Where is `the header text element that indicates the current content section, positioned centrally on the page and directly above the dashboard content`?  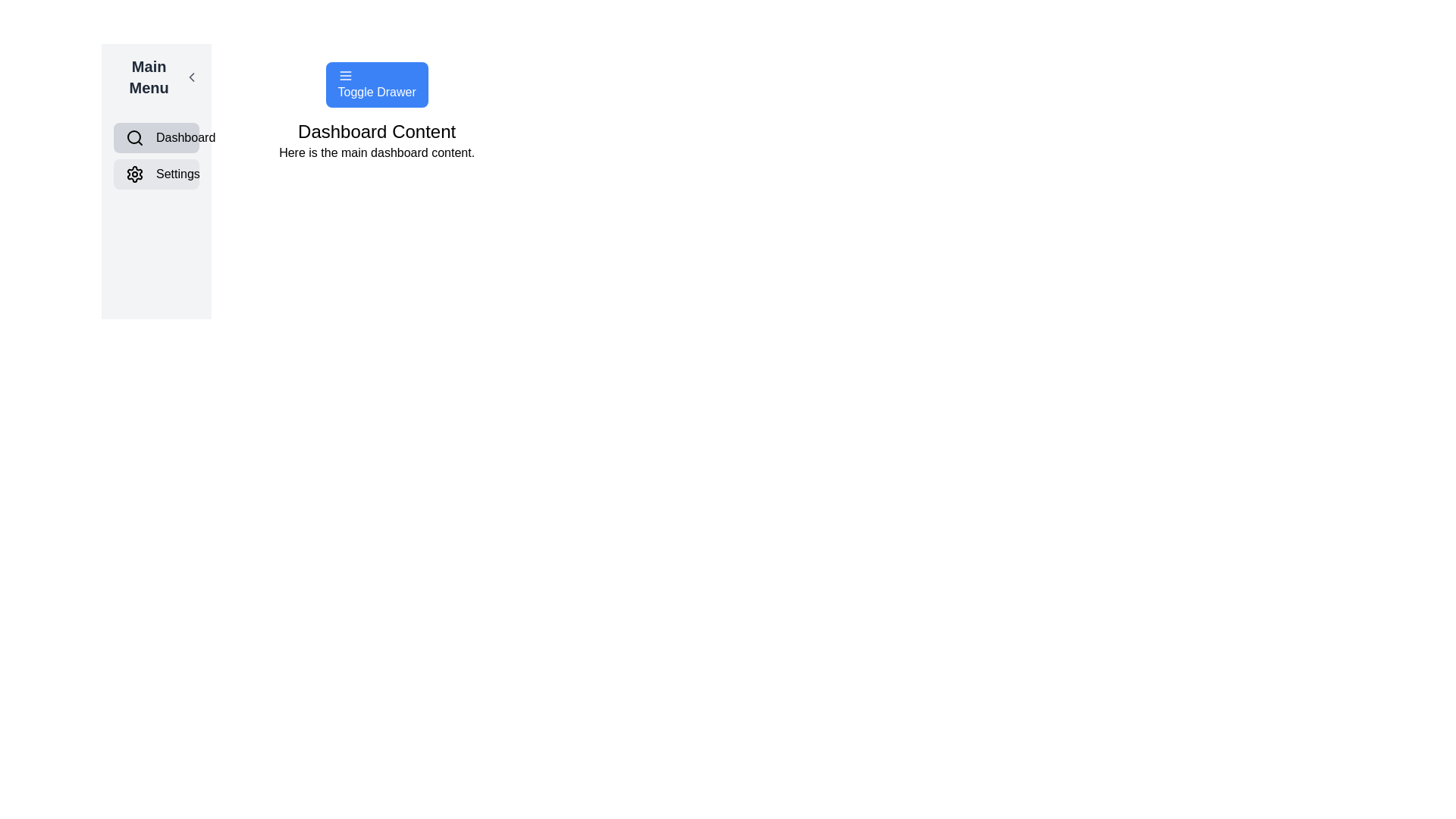
the header text element that indicates the current content section, positioned centrally on the page and directly above the dashboard content is located at coordinates (377, 130).